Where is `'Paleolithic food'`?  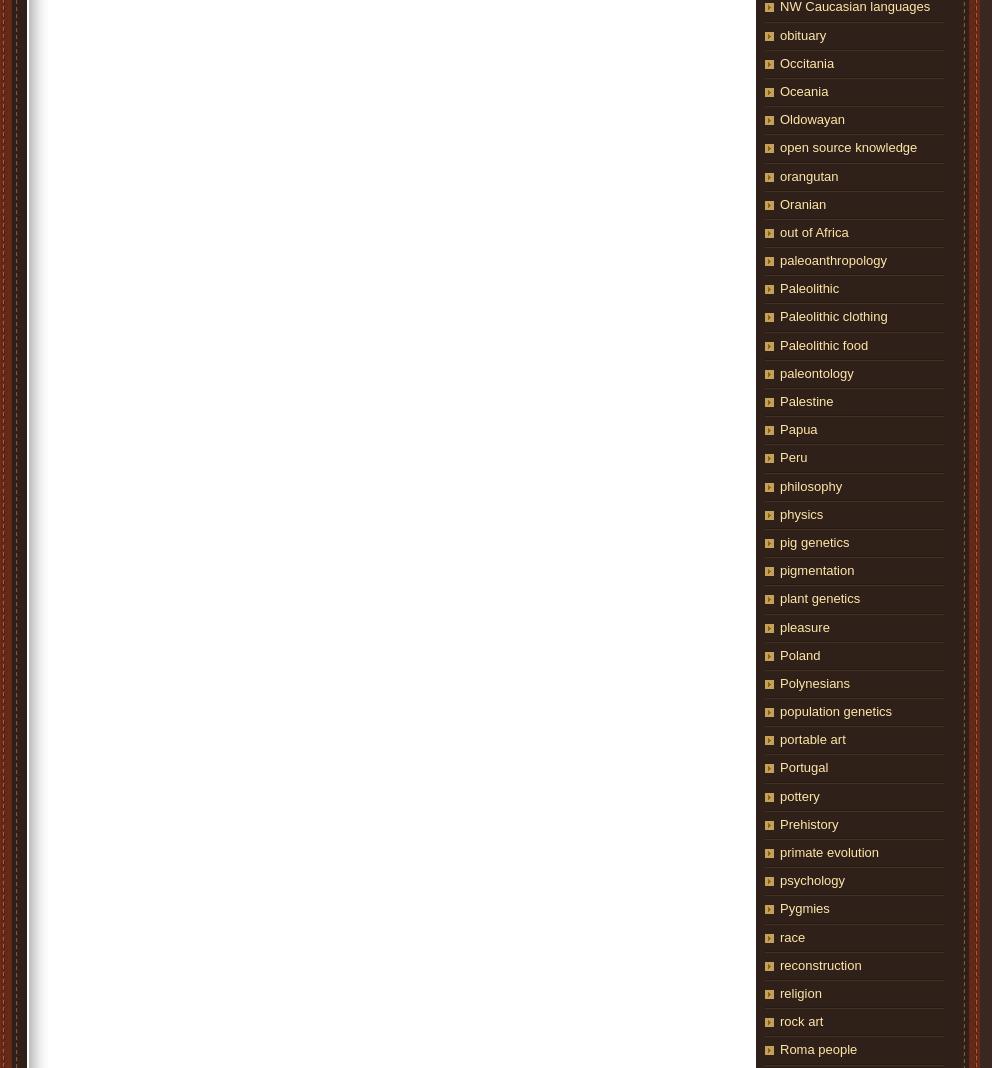 'Paleolithic food' is located at coordinates (823, 343).